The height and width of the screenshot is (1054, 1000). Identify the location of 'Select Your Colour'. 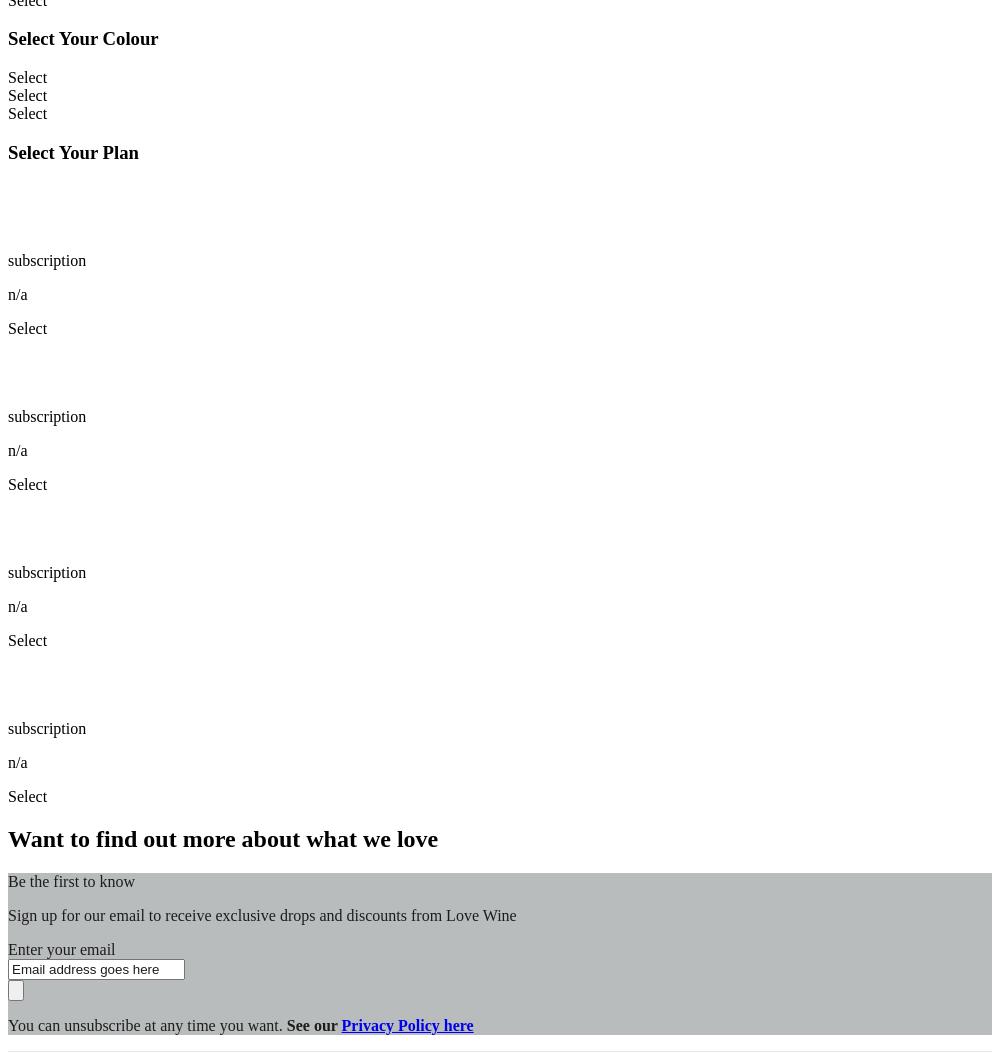
(82, 38).